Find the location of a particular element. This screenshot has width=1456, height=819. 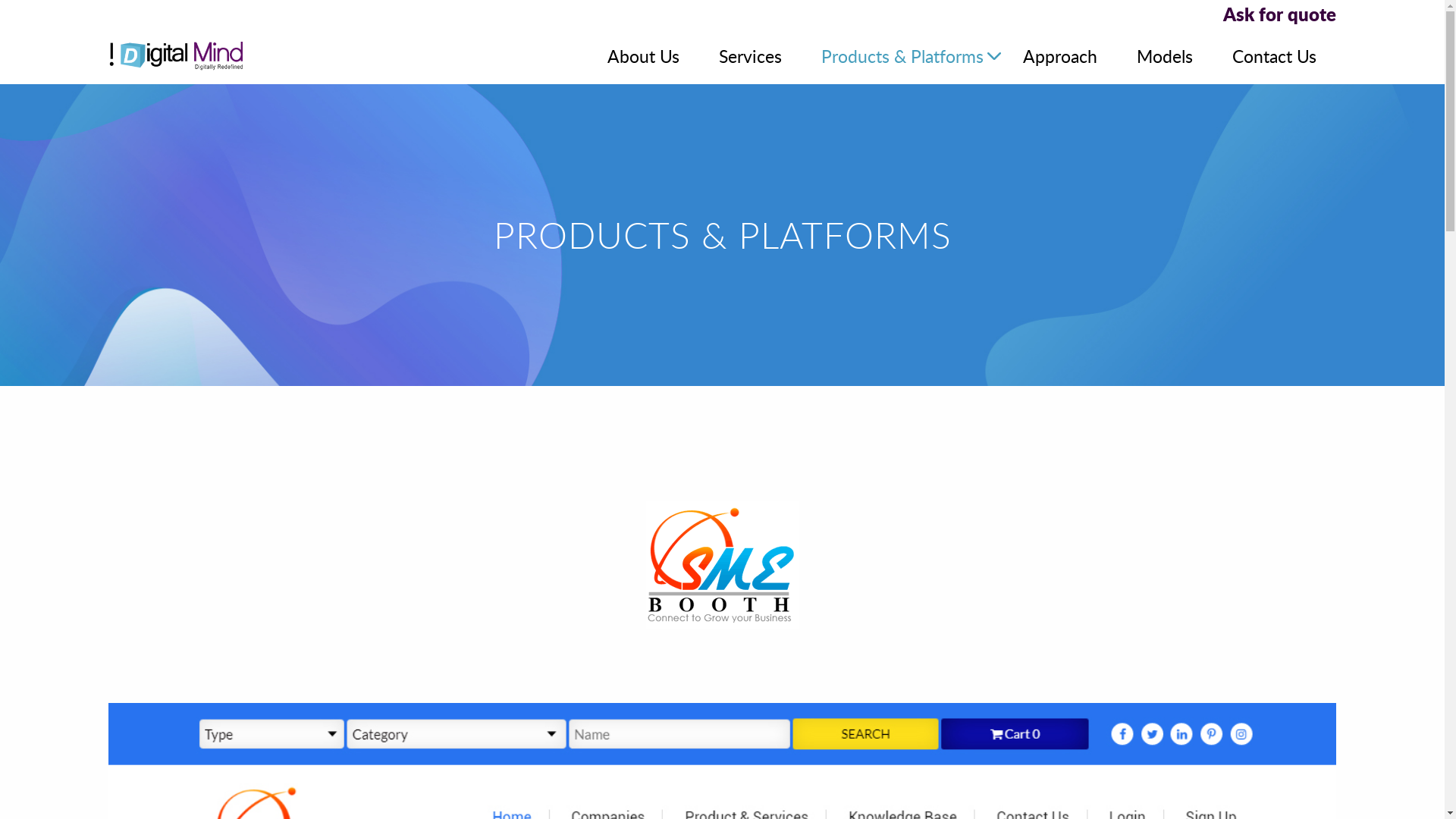

'About Us' is located at coordinates (643, 55).